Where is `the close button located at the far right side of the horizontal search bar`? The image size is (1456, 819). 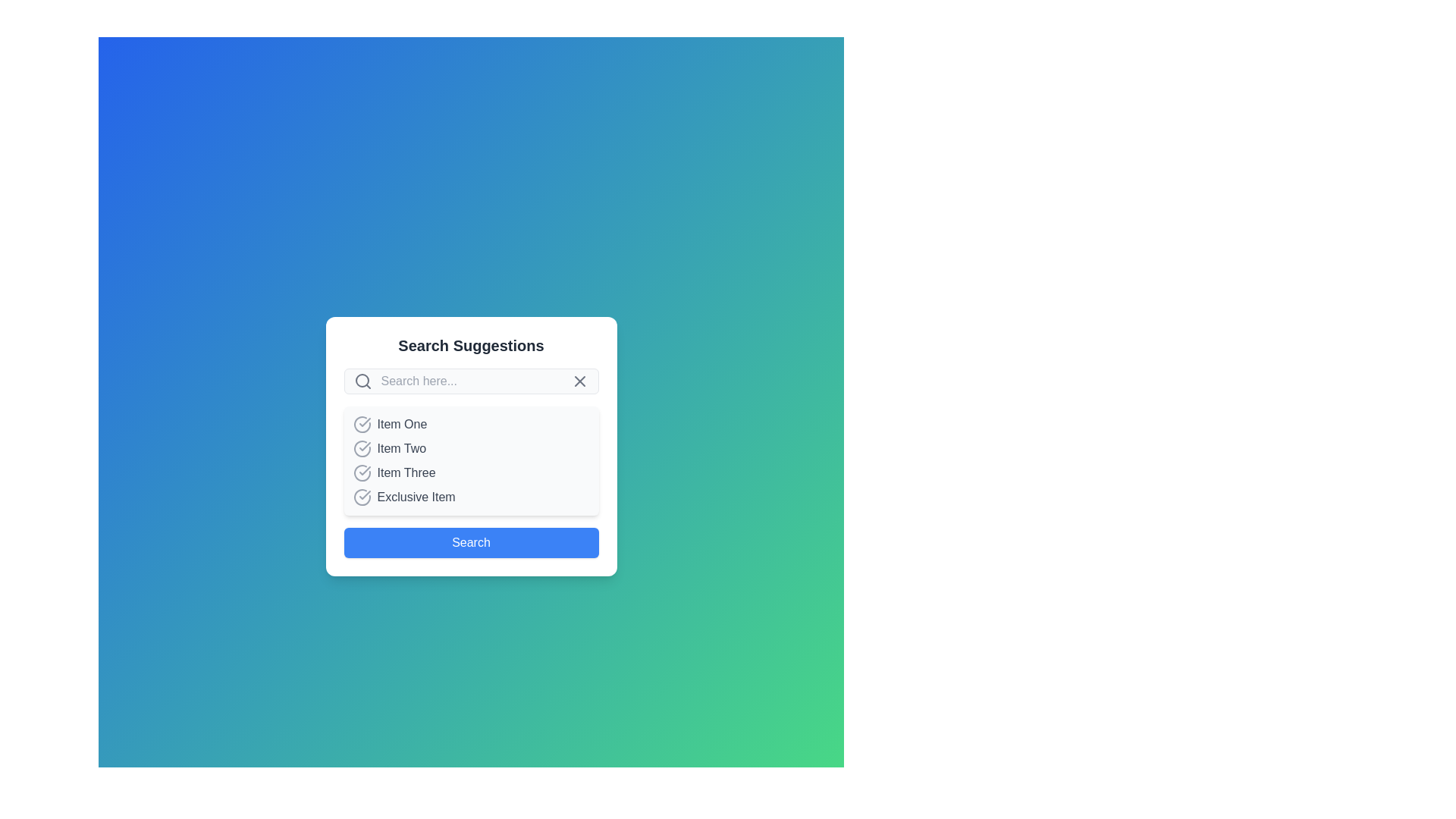 the close button located at the far right side of the horizontal search bar is located at coordinates (579, 380).